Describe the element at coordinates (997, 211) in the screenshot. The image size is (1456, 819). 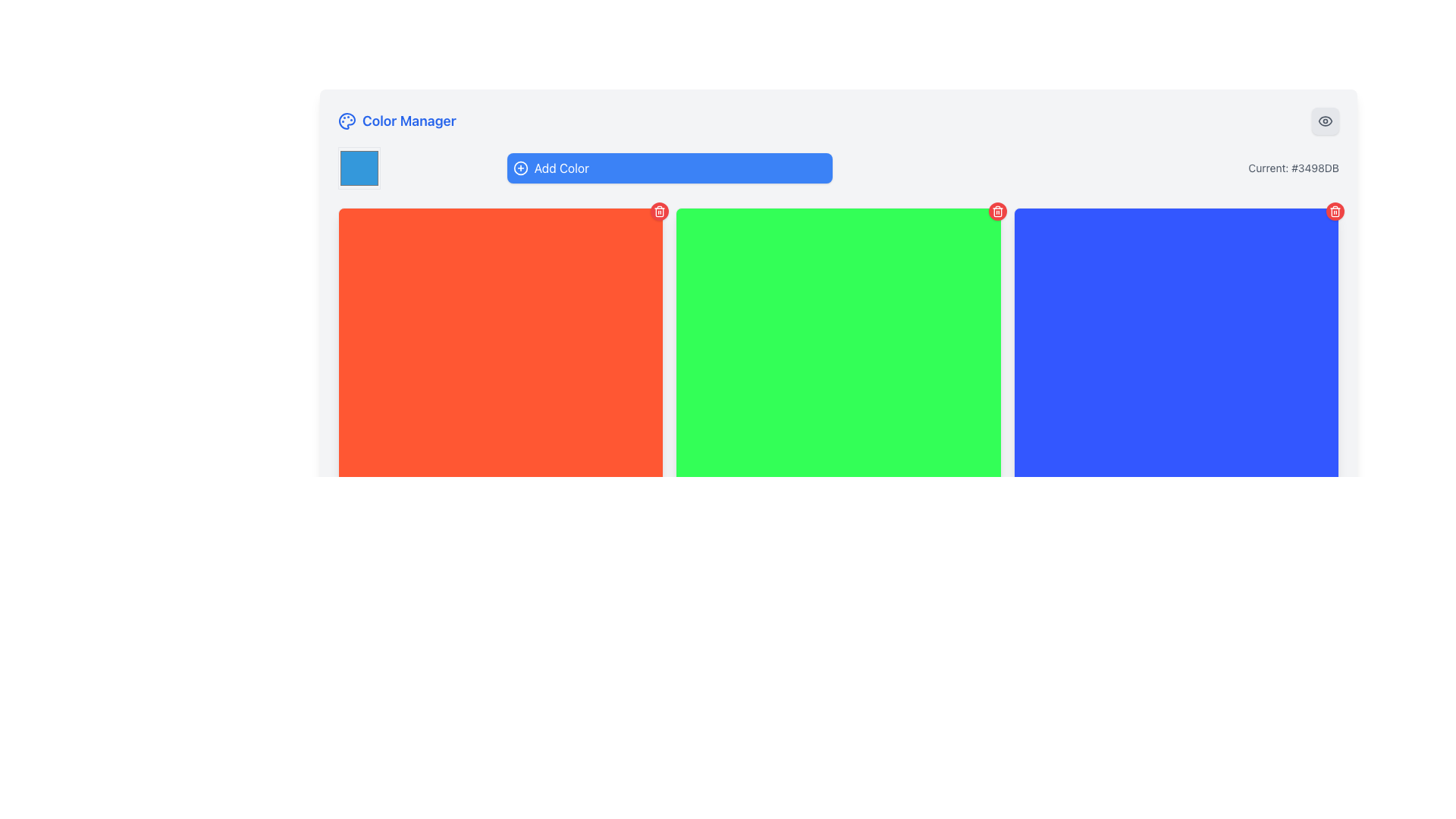
I see `the trash can icon located in the top-right corner of the middle green-colored block` at that location.